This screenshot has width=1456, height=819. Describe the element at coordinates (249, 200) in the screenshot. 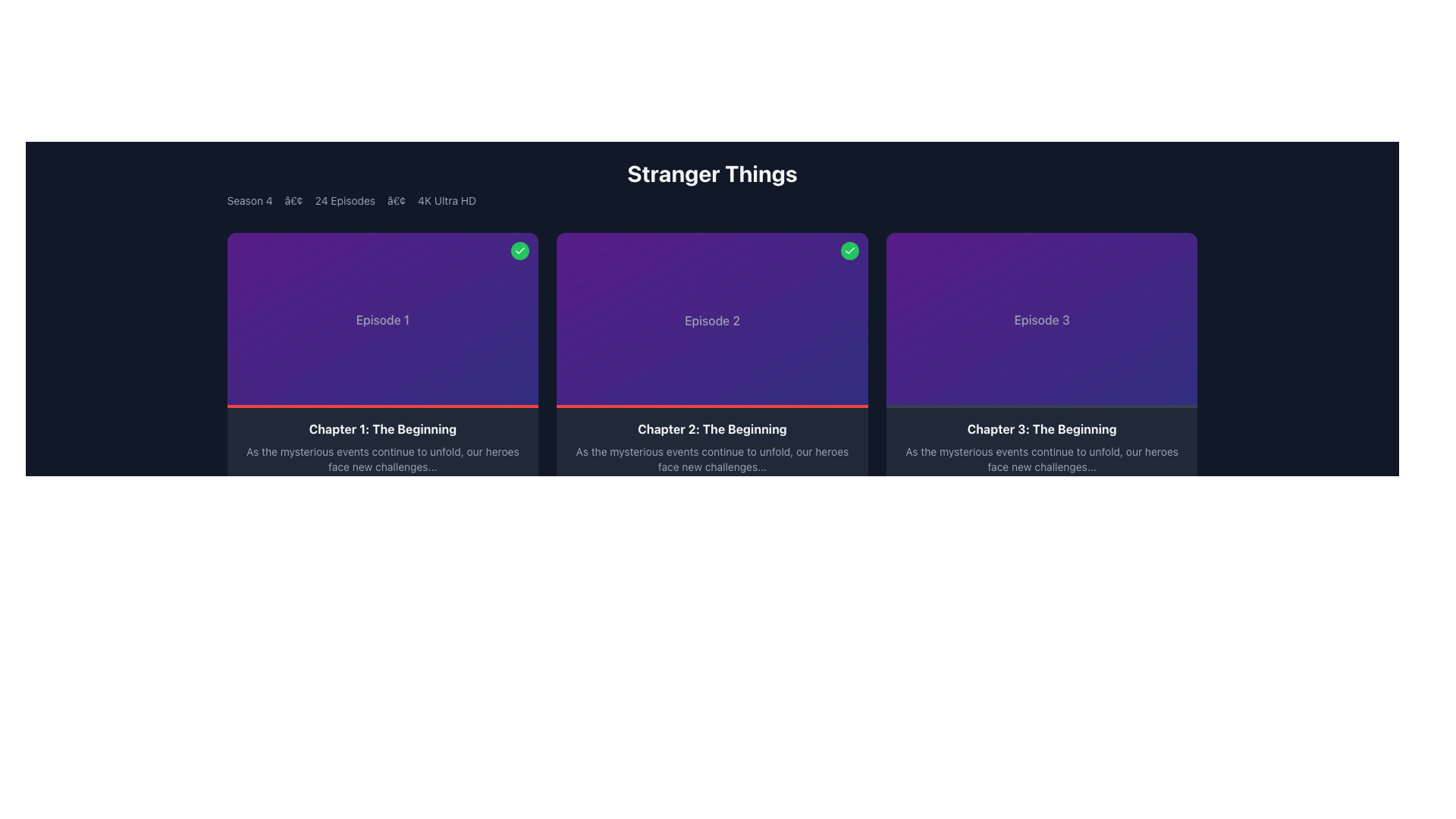

I see `the season name` at that location.